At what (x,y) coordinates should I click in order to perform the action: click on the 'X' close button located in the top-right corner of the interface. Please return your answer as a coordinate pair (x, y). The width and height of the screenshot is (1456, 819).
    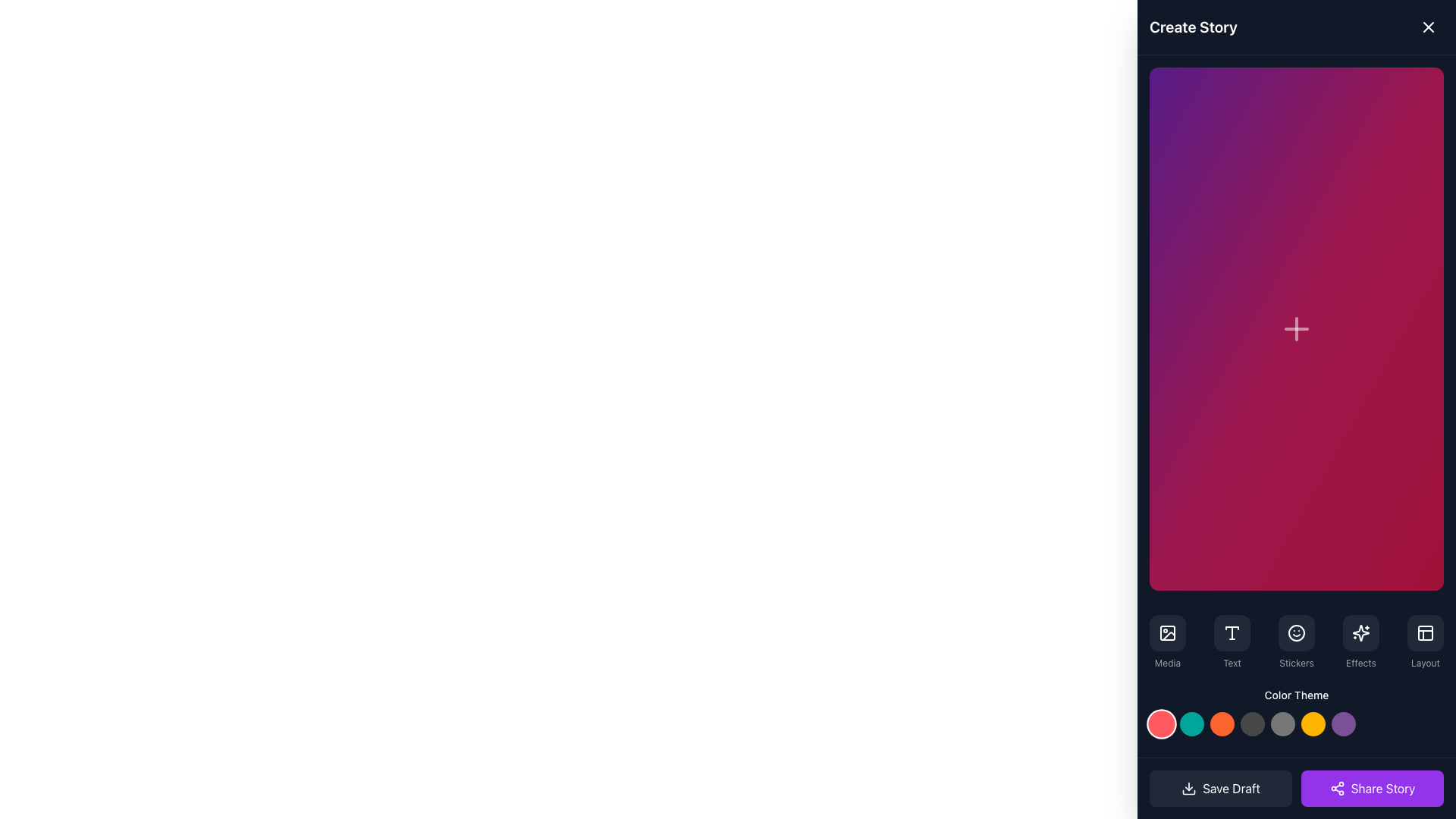
    Looking at the image, I should click on (1427, 27).